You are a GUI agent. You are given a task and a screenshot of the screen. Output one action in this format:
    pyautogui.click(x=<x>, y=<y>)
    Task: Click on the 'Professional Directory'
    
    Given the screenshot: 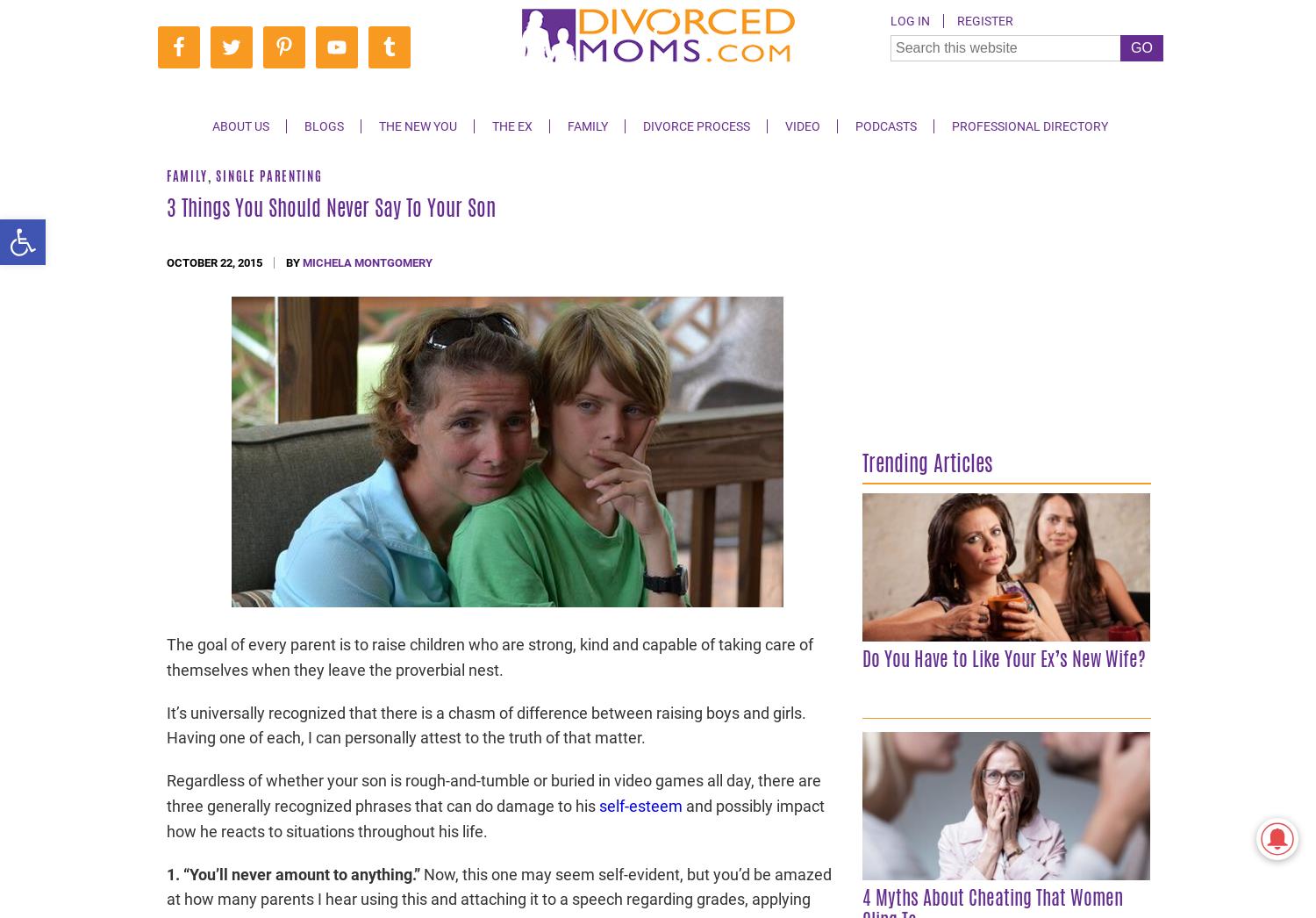 What is the action you would take?
    pyautogui.click(x=1029, y=126)
    